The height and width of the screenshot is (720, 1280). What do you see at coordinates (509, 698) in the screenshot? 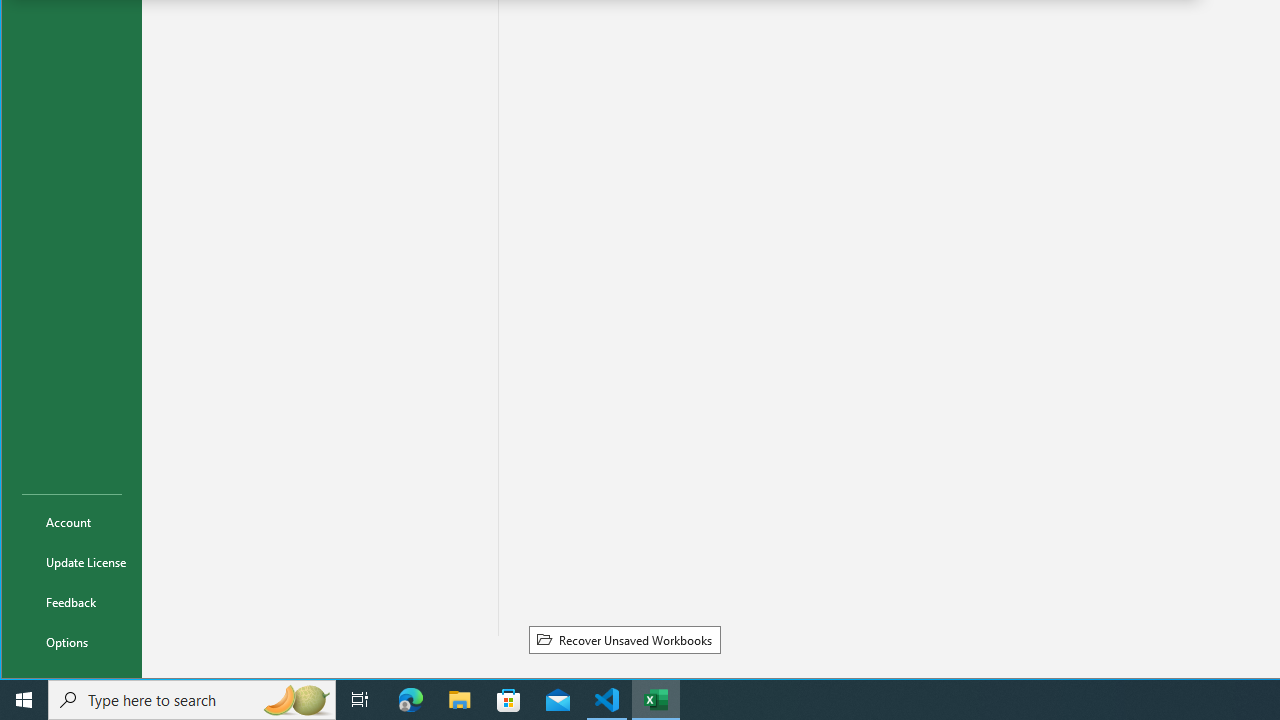
I see `'Microsoft Store'` at bounding box center [509, 698].